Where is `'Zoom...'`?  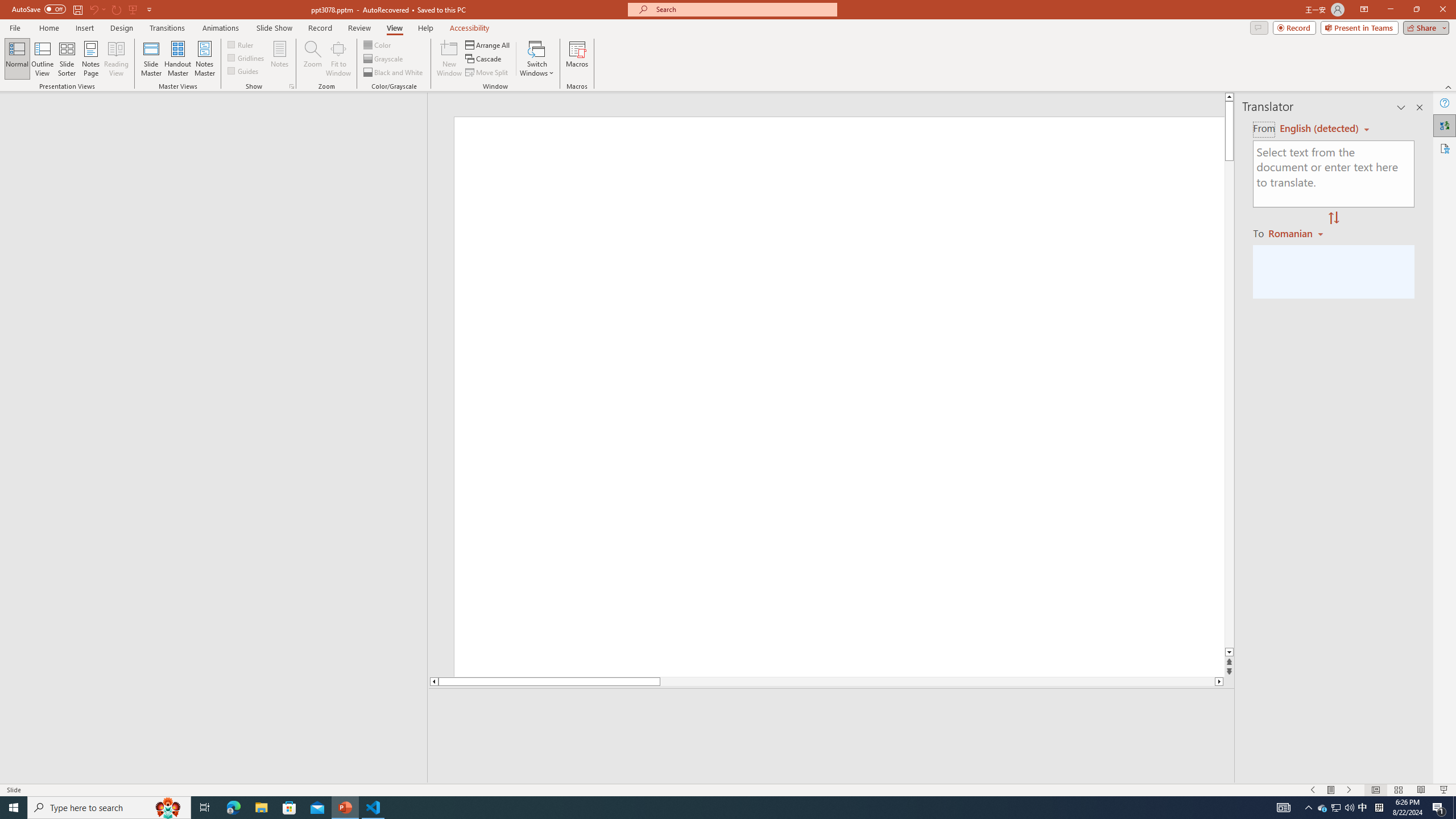 'Zoom...' is located at coordinates (313, 59).